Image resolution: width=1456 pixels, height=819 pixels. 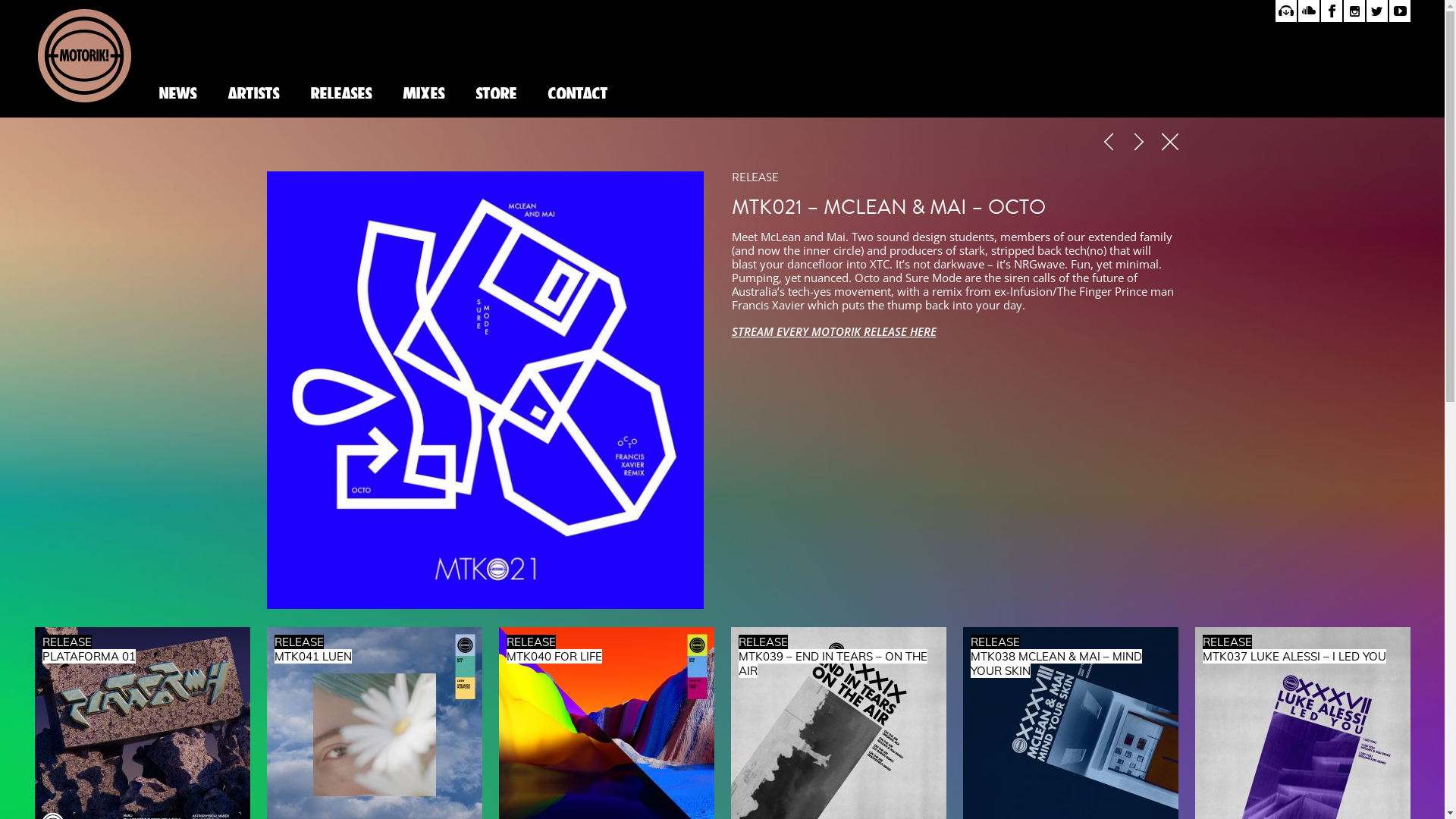 What do you see at coordinates (1376, 11) in the screenshot?
I see `'twitter'` at bounding box center [1376, 11].